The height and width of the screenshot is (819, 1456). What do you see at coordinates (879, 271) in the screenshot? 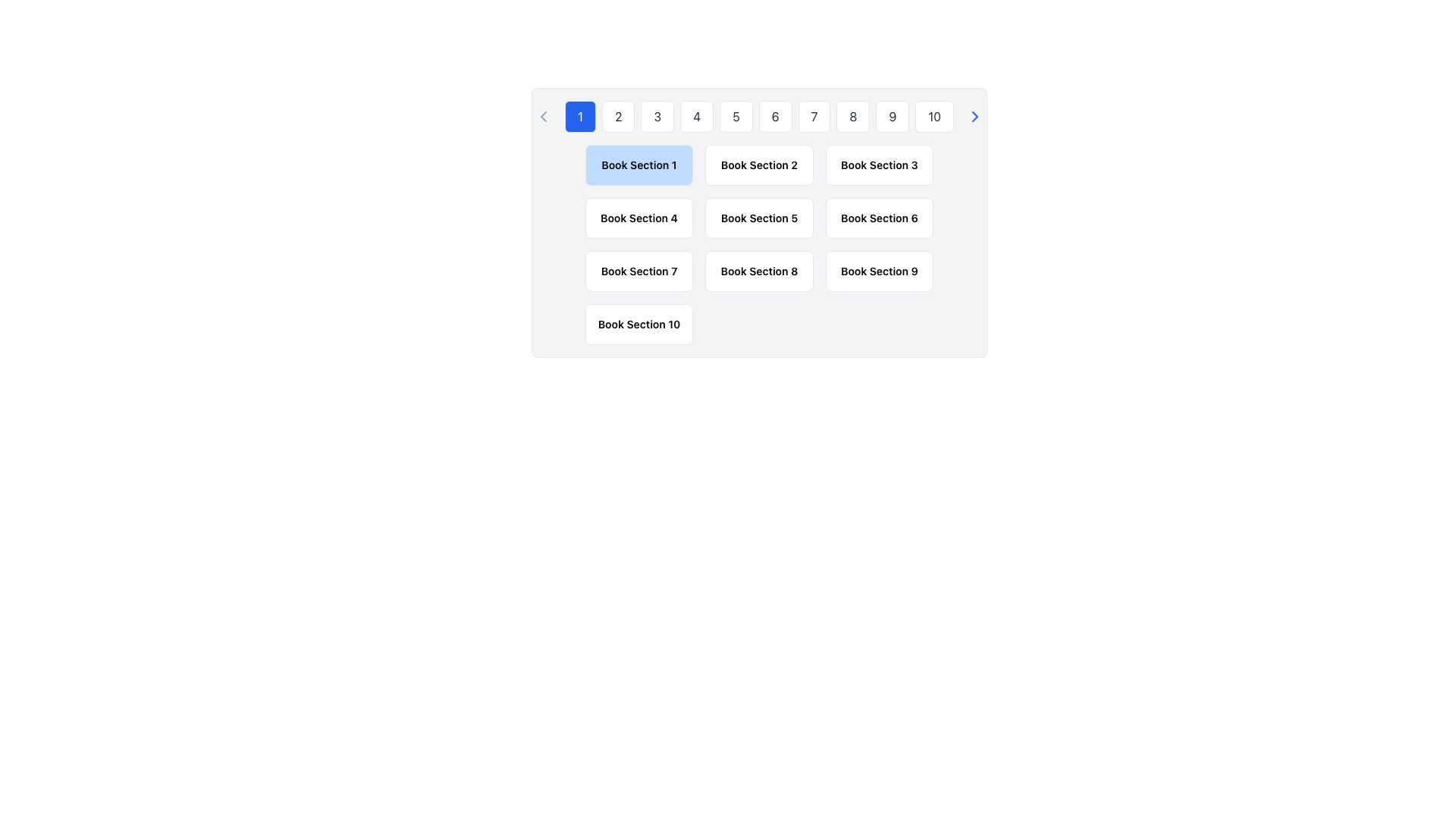
I see `the static text label displaying 'Book Section 9', which is part of a tile-like card in a grid layout` at bounding box center [879, 271].